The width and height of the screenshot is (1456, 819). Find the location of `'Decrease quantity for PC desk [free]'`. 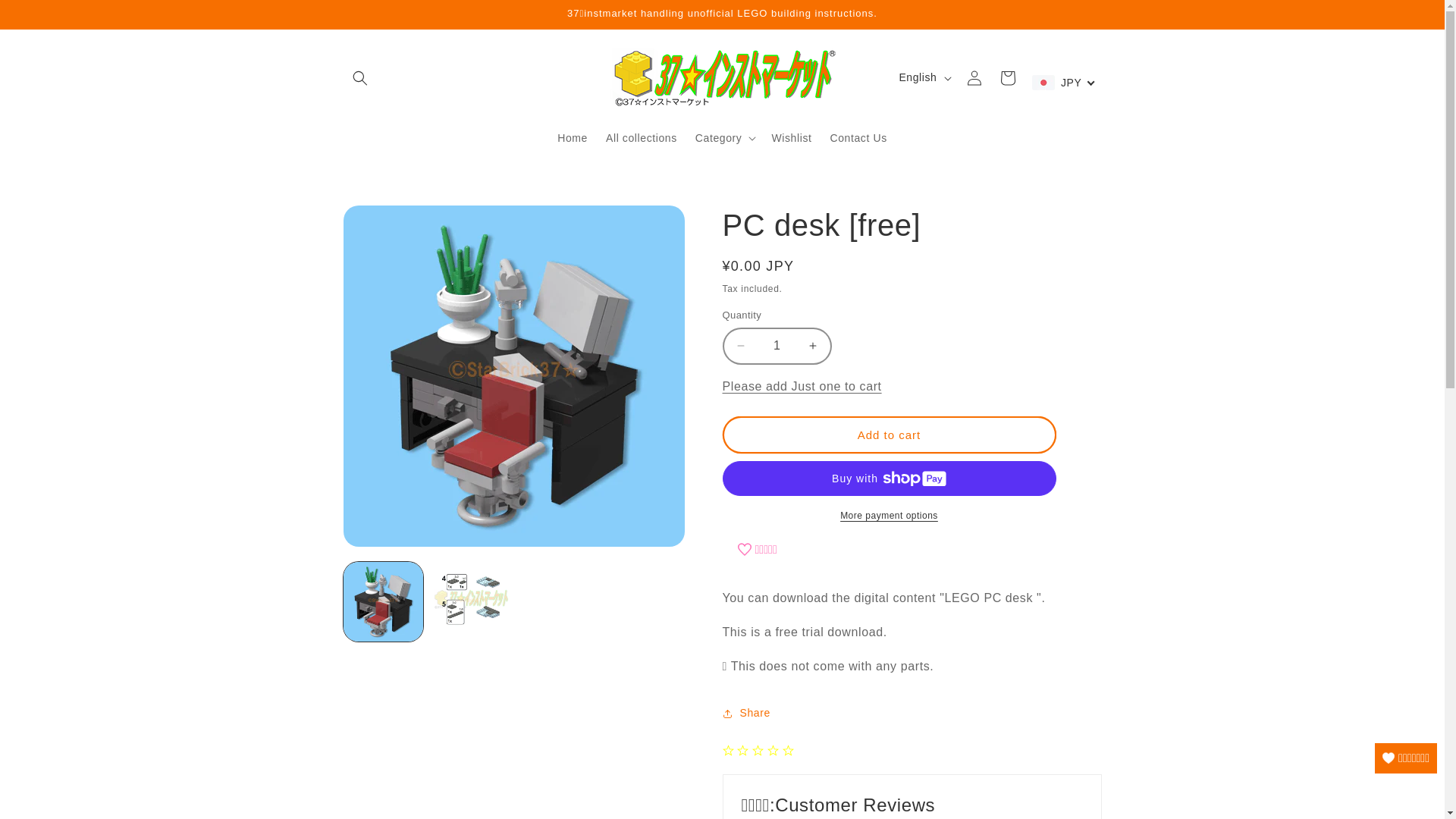

'Decrease quantity for PC desk [free]' is located at coordinates (740, 346).